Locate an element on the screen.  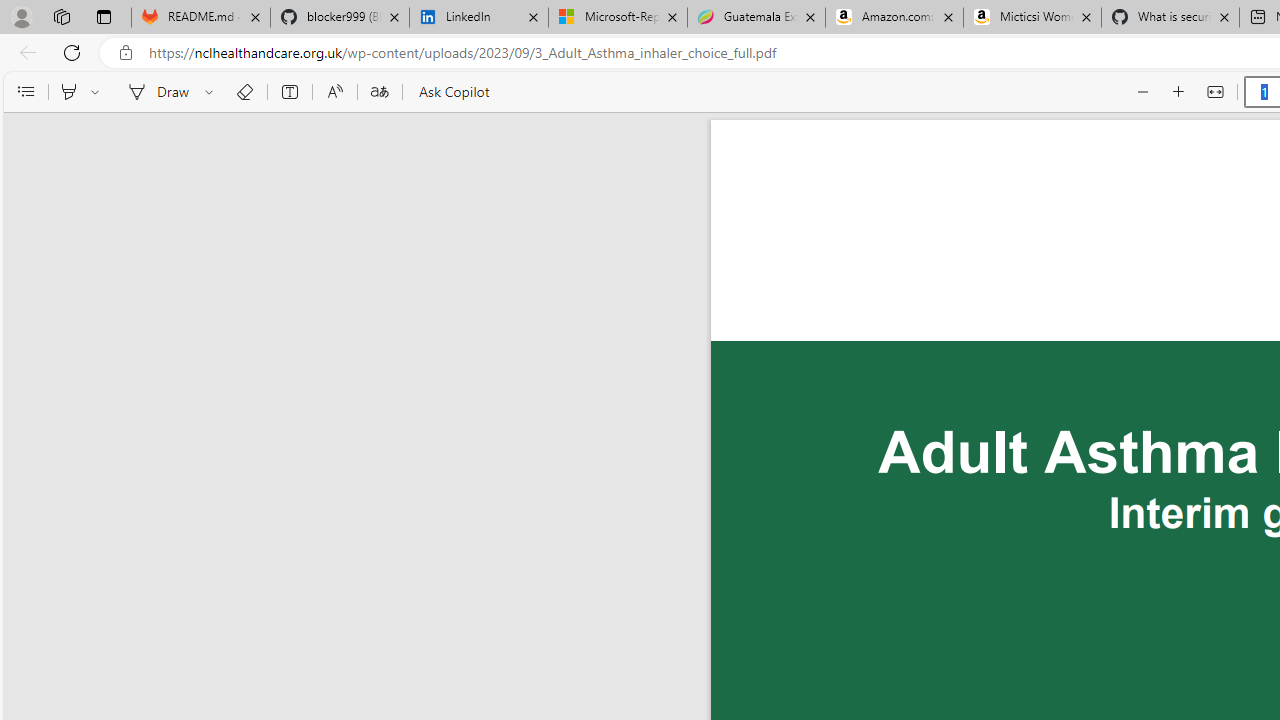
'Contents' is located at coordinates (25, 92).